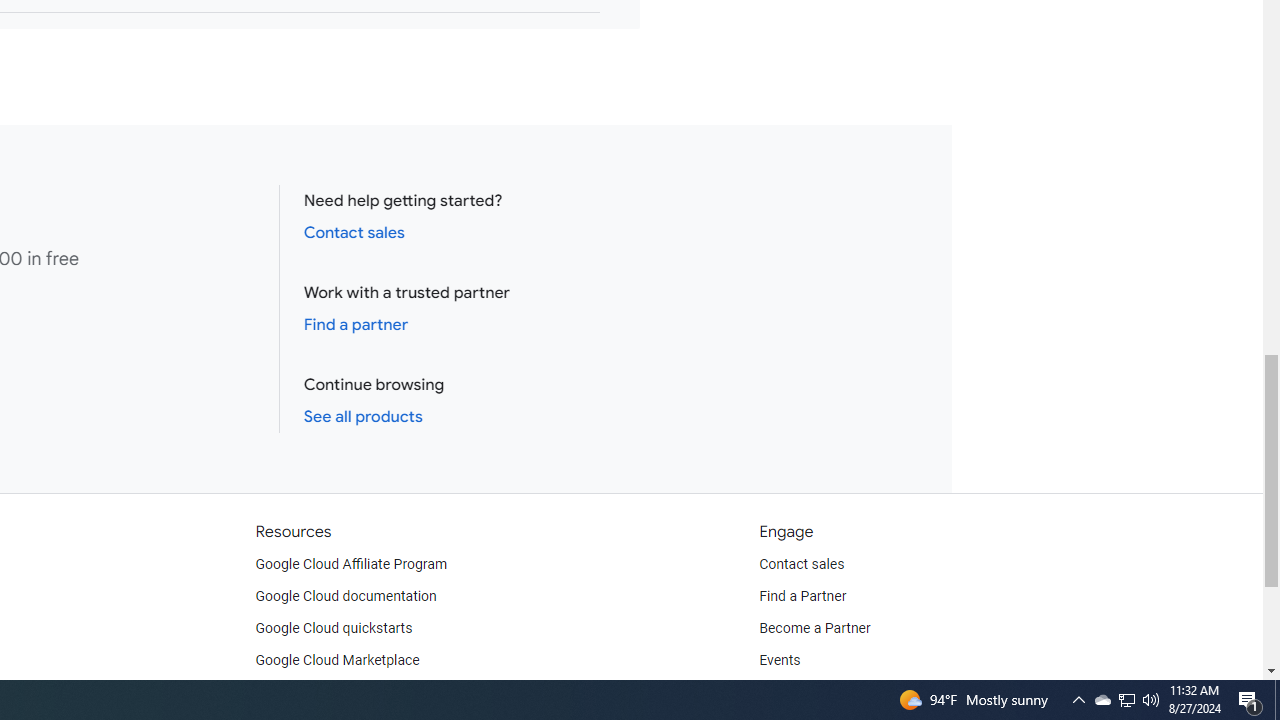 This screenshot has width=1280, height=720. What do you see at coordinates (345, 595) in the screenshot?
I see `'Google Cloud documentation'` at bounding box center [345, 595].